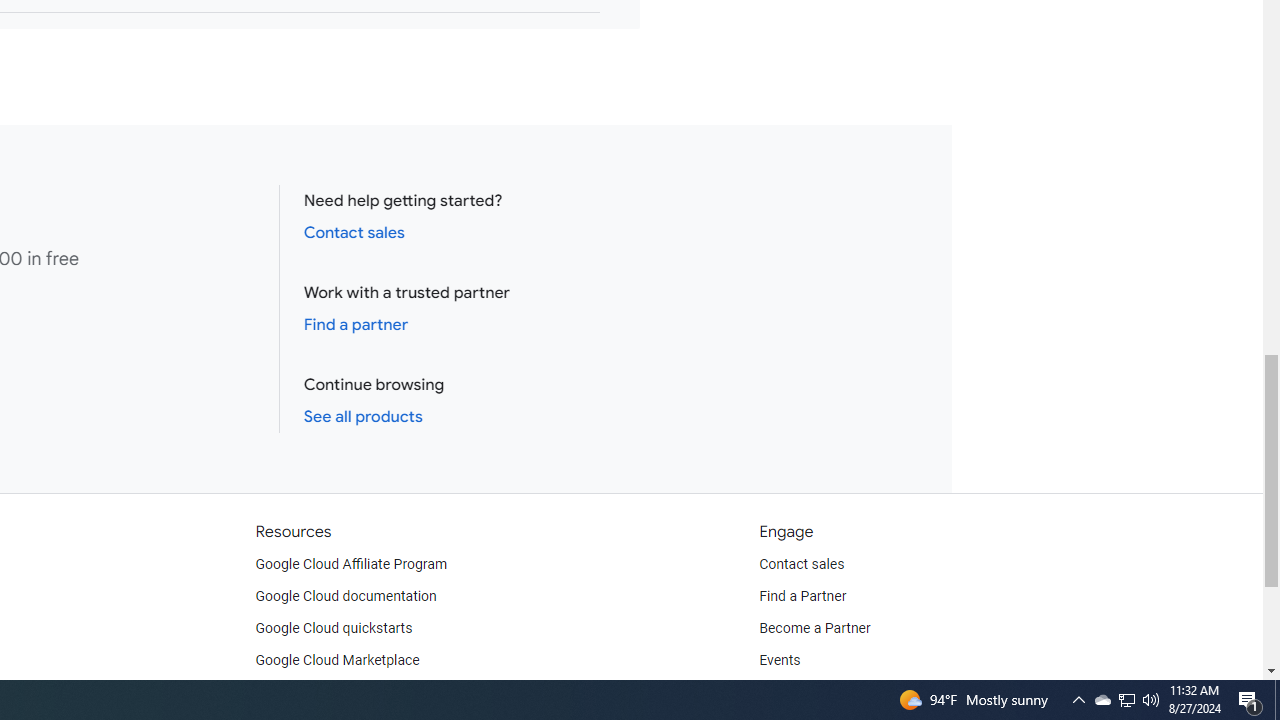 This screenshot has width=1280, height=720. What do you see at coordinates (345, 595) in the screenshot?
I see `'Google Cloud documentation'` at bounding box center [345, 595].